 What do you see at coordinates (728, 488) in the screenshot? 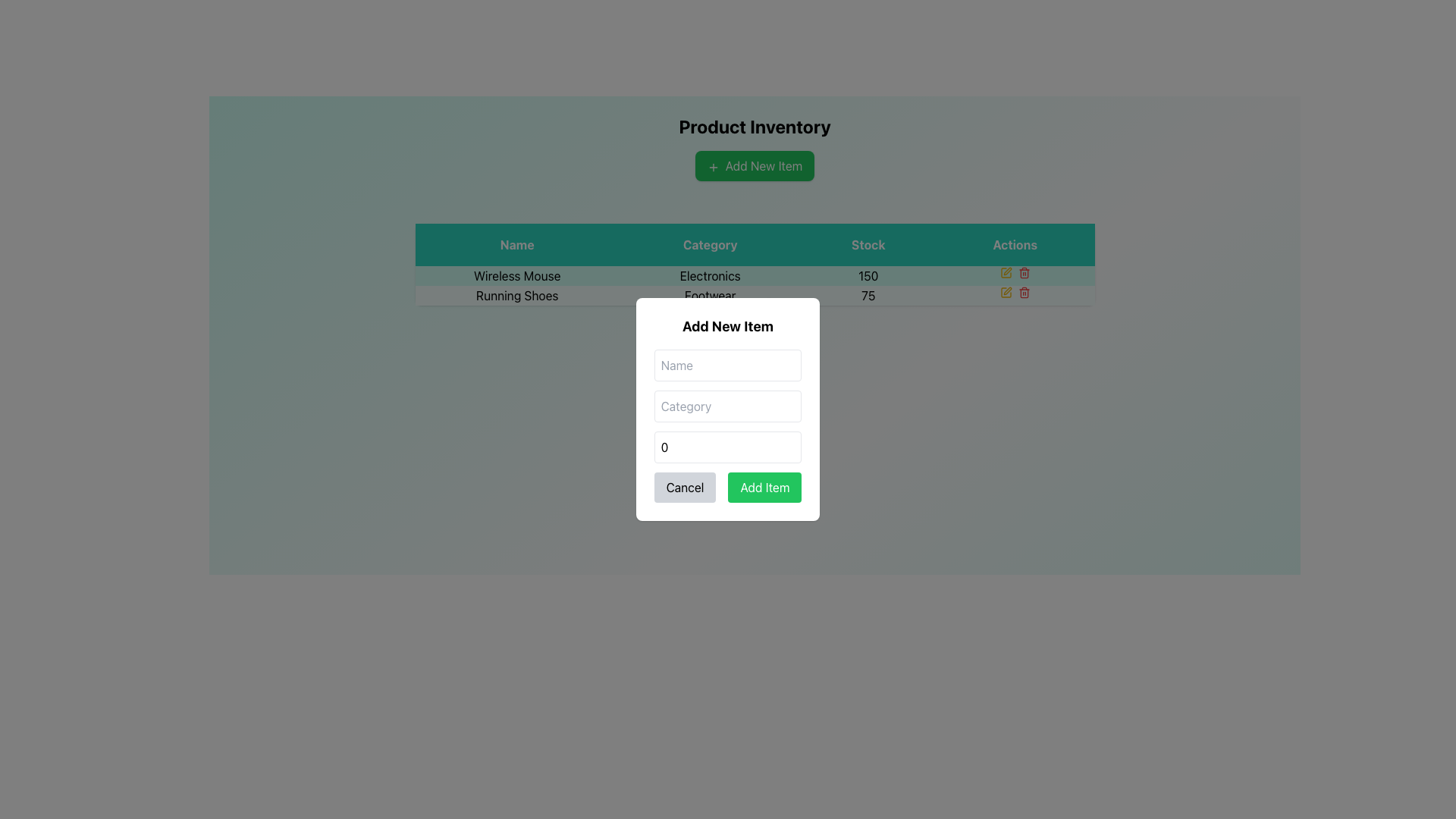
I see `the 'Add Item' button, which is part of the Button Group at the bottom of the 'Add New Item' modal dialog` at bounding box center [728, 488].